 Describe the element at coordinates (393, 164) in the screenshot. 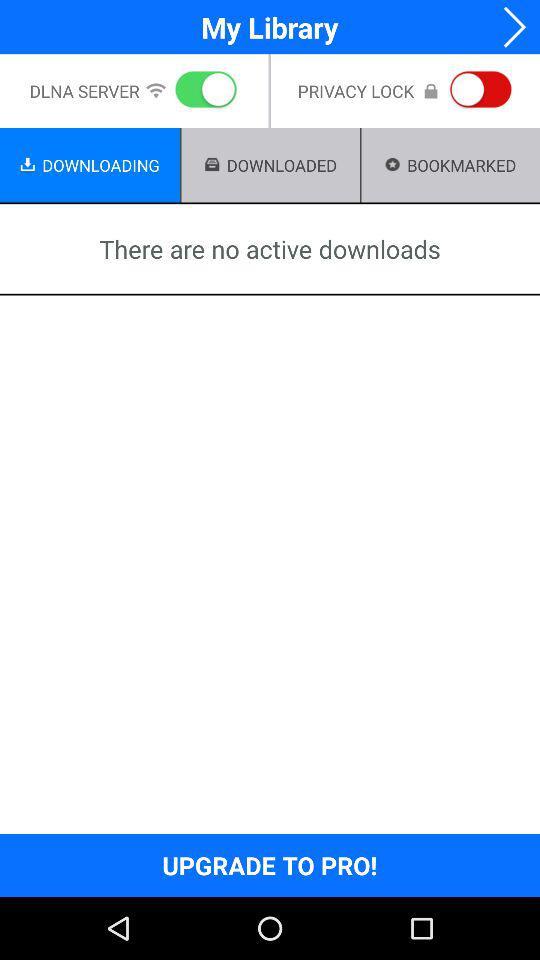

I see `the icon which is before bookmarked` at that location.